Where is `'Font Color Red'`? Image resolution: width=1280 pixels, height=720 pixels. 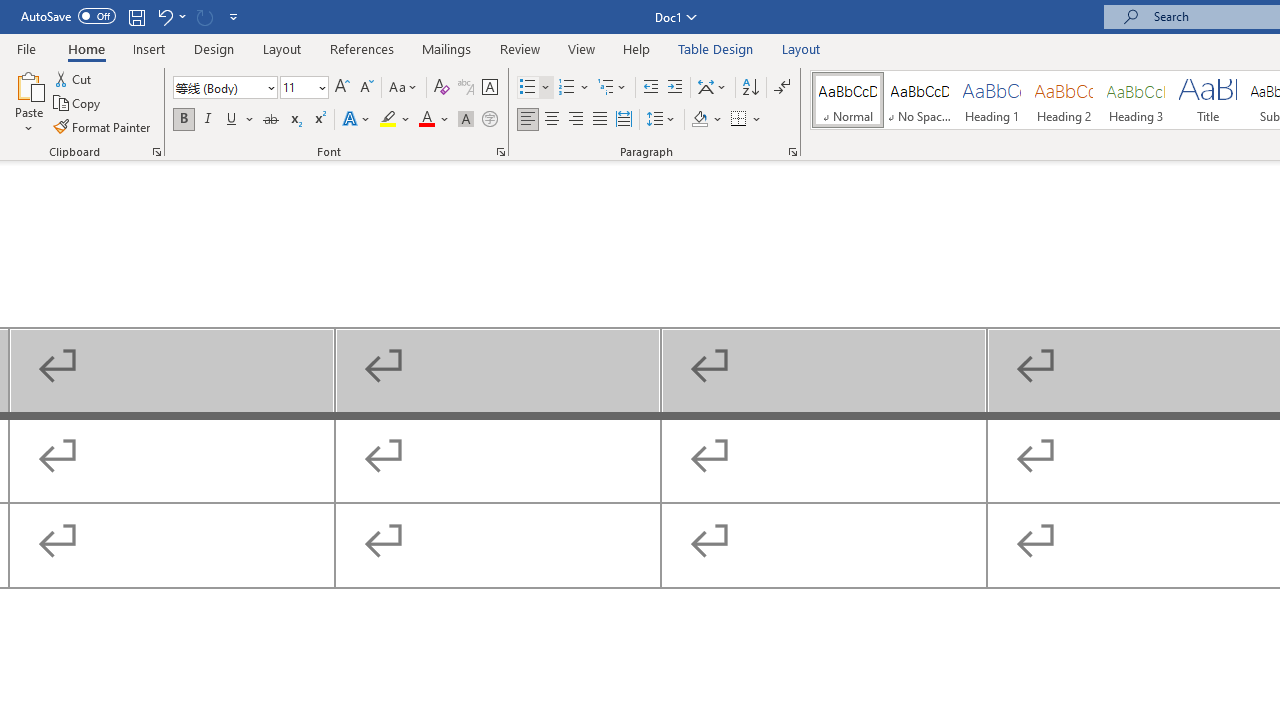 'Font Color Red' is located at coordinates (425, 119).